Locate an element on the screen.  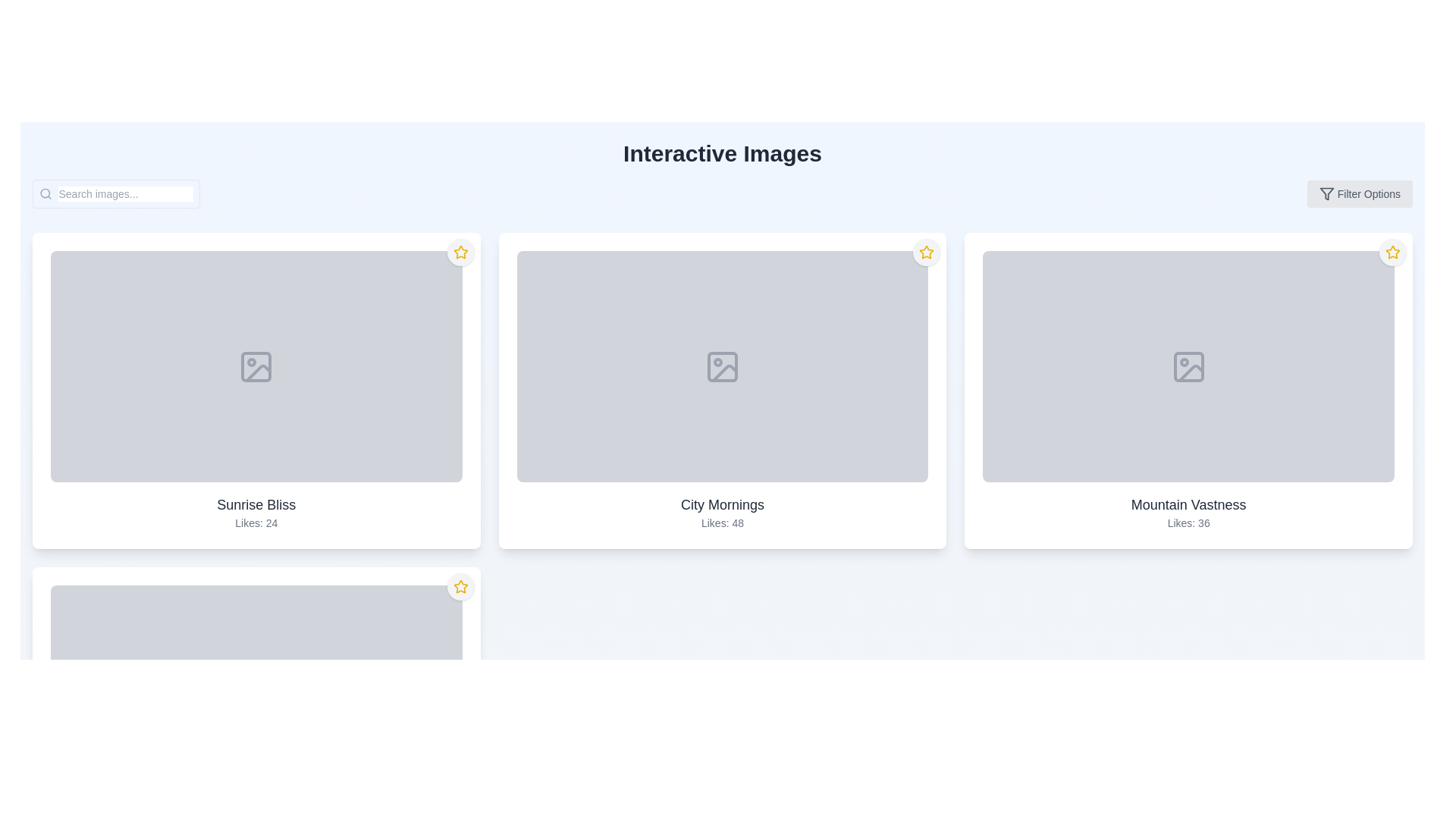
the filter tool icon located in the top-right section of the interface, which represents filtering settings or options is located at coordinates (1326, 193).